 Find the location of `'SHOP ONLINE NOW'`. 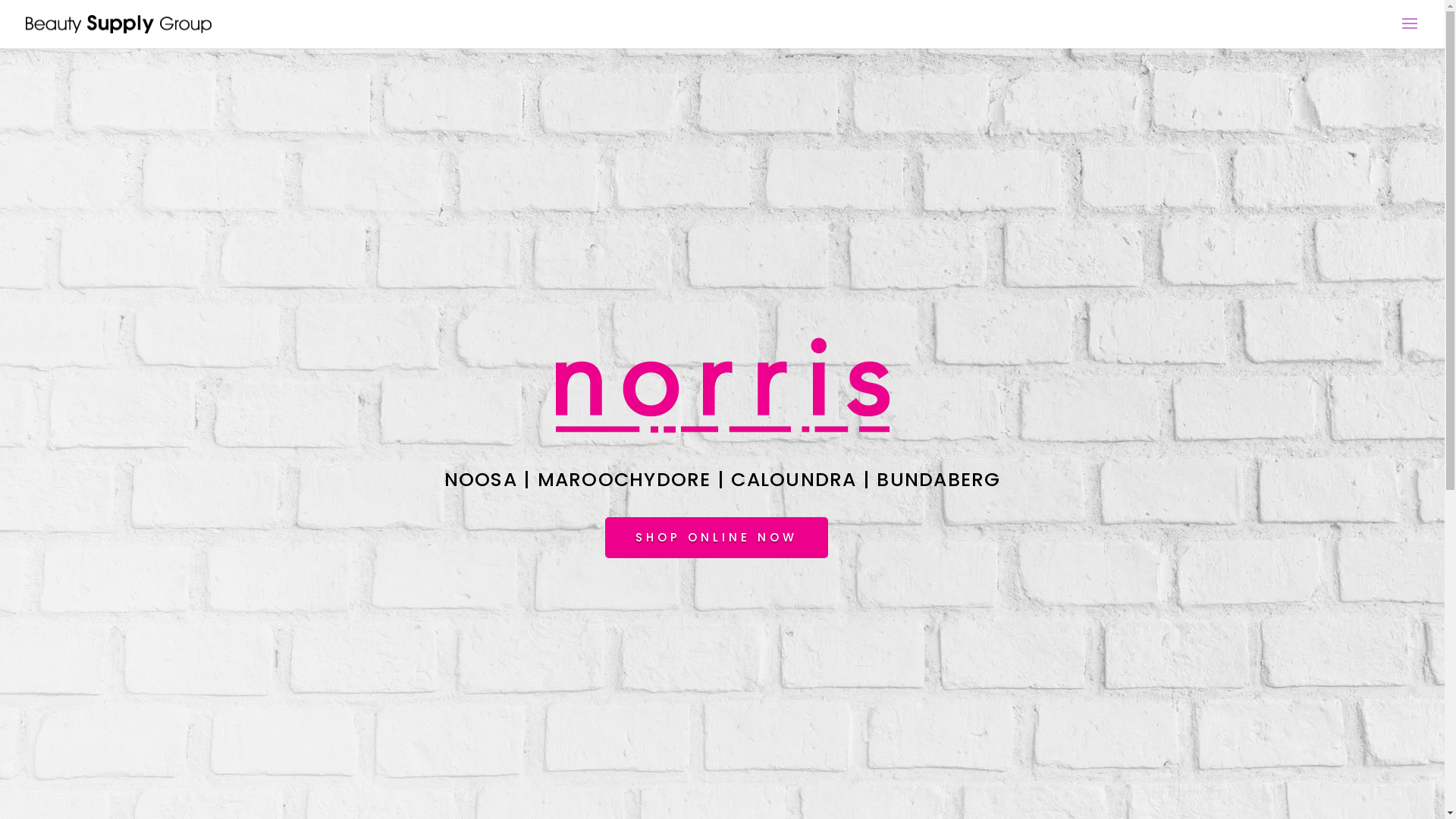

'SHOP ONLINE NOW' is located at coordinates (716, 537).